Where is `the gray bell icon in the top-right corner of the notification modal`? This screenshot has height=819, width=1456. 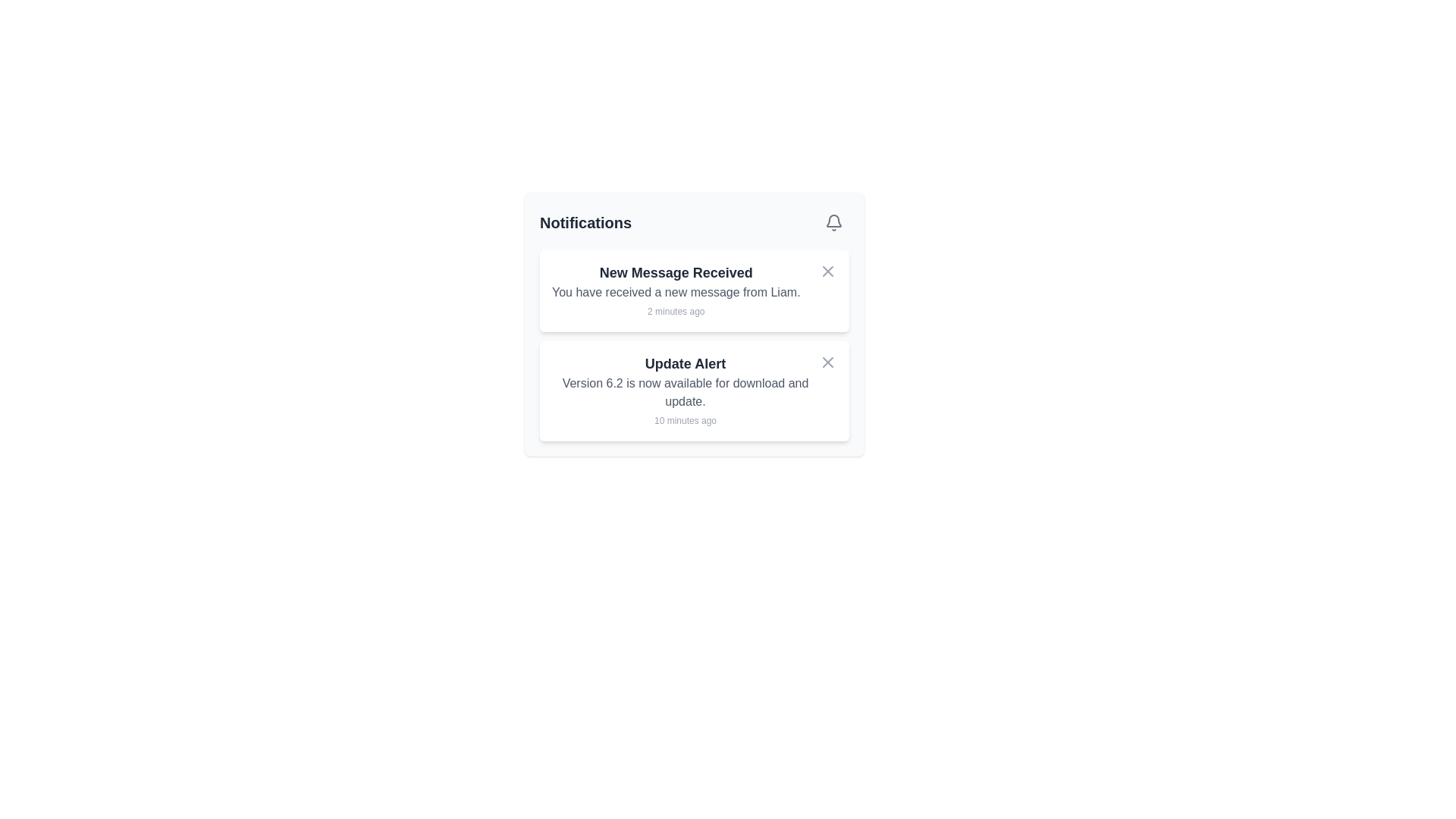
the gray bell icon in the top-right corner of the notification modal is located at coordinates (833, 222).